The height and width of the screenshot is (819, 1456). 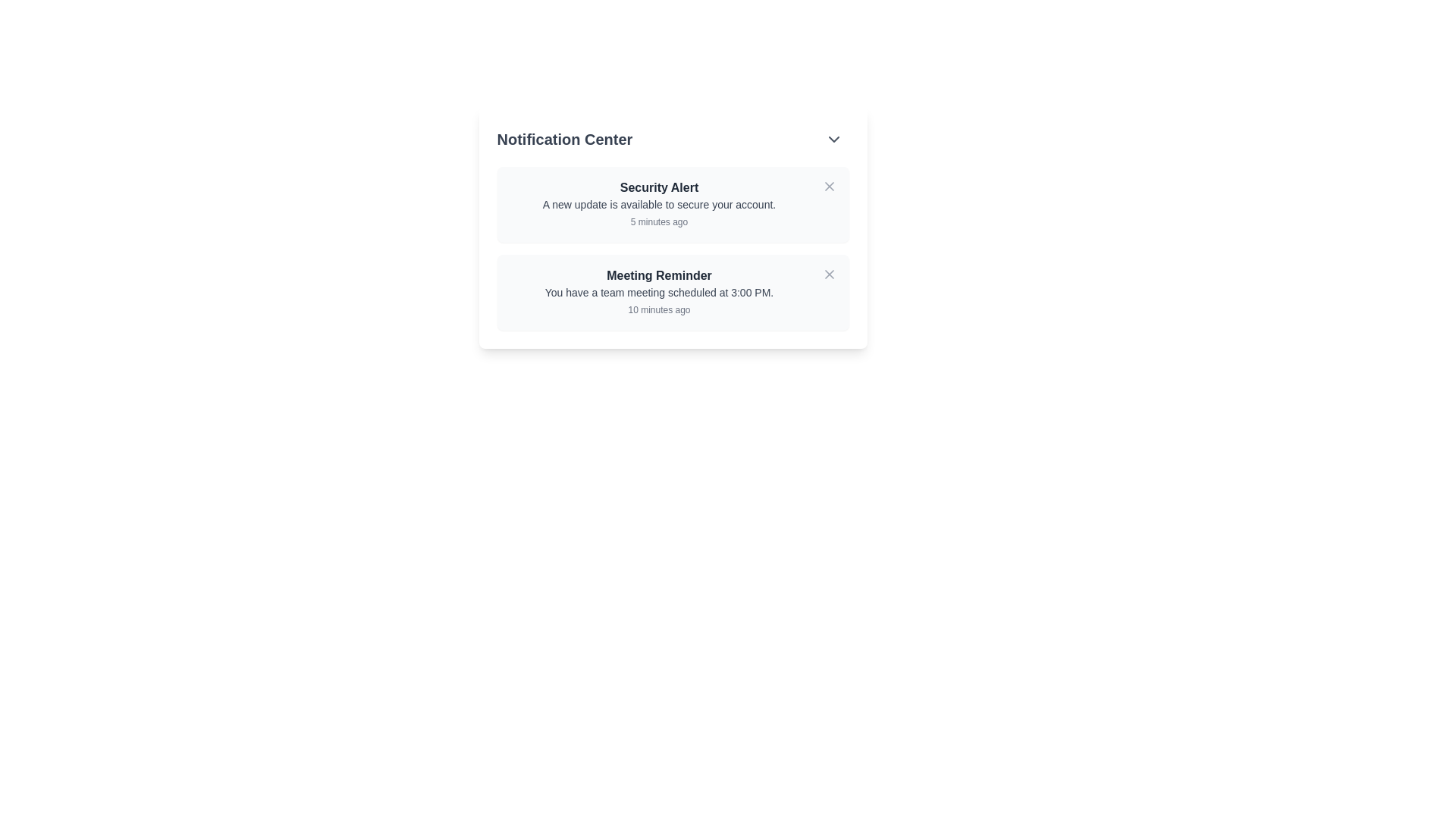 I want to click on the 'X' icon on the right side of the 'Security Alert' notification, so click(x=828, y=186).